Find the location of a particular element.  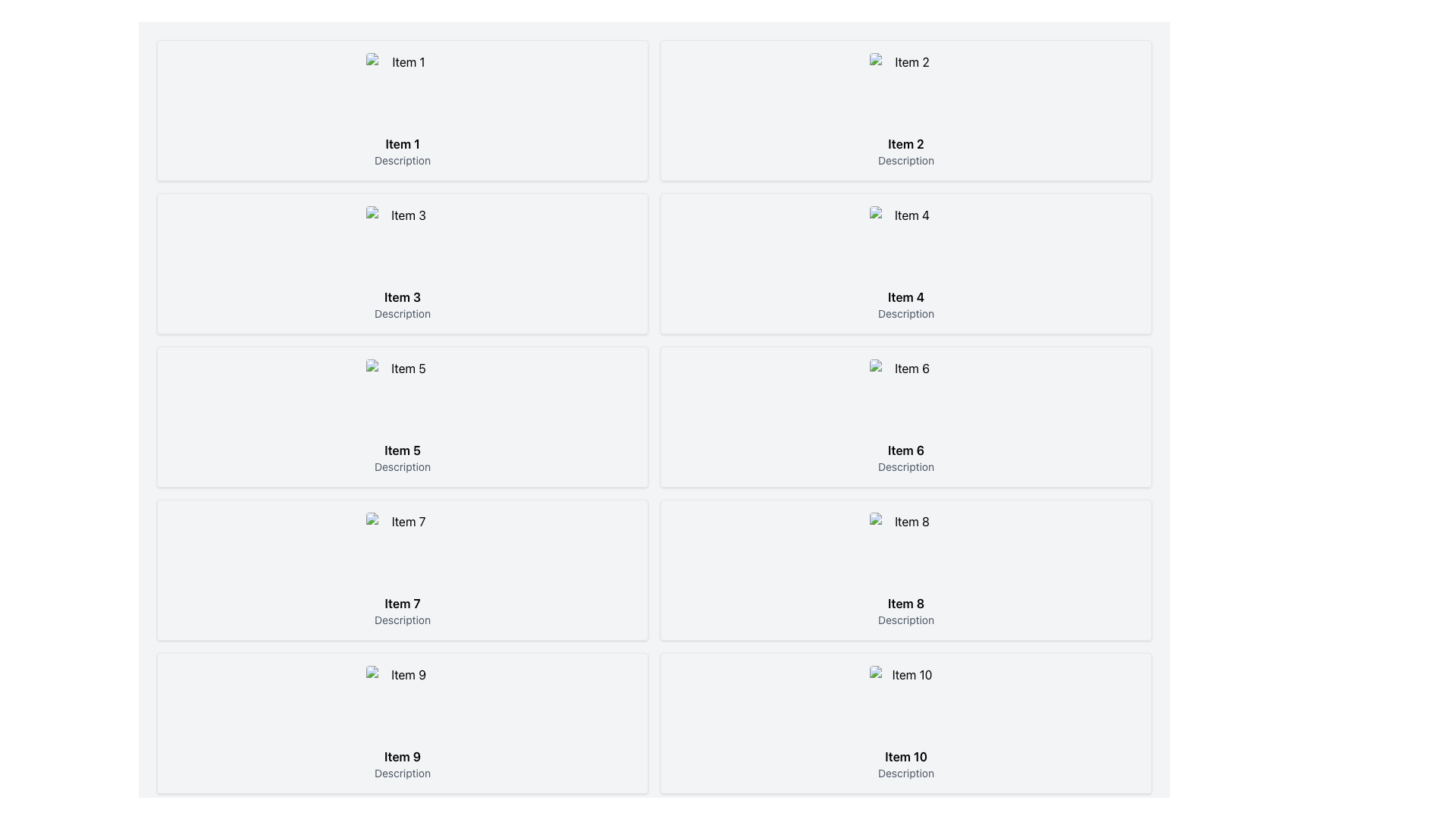

the text label that displays 'Item 7', which is bold and high-contrast, located in a grid layout below an image and above the description text is located at coordinates (403, 602).